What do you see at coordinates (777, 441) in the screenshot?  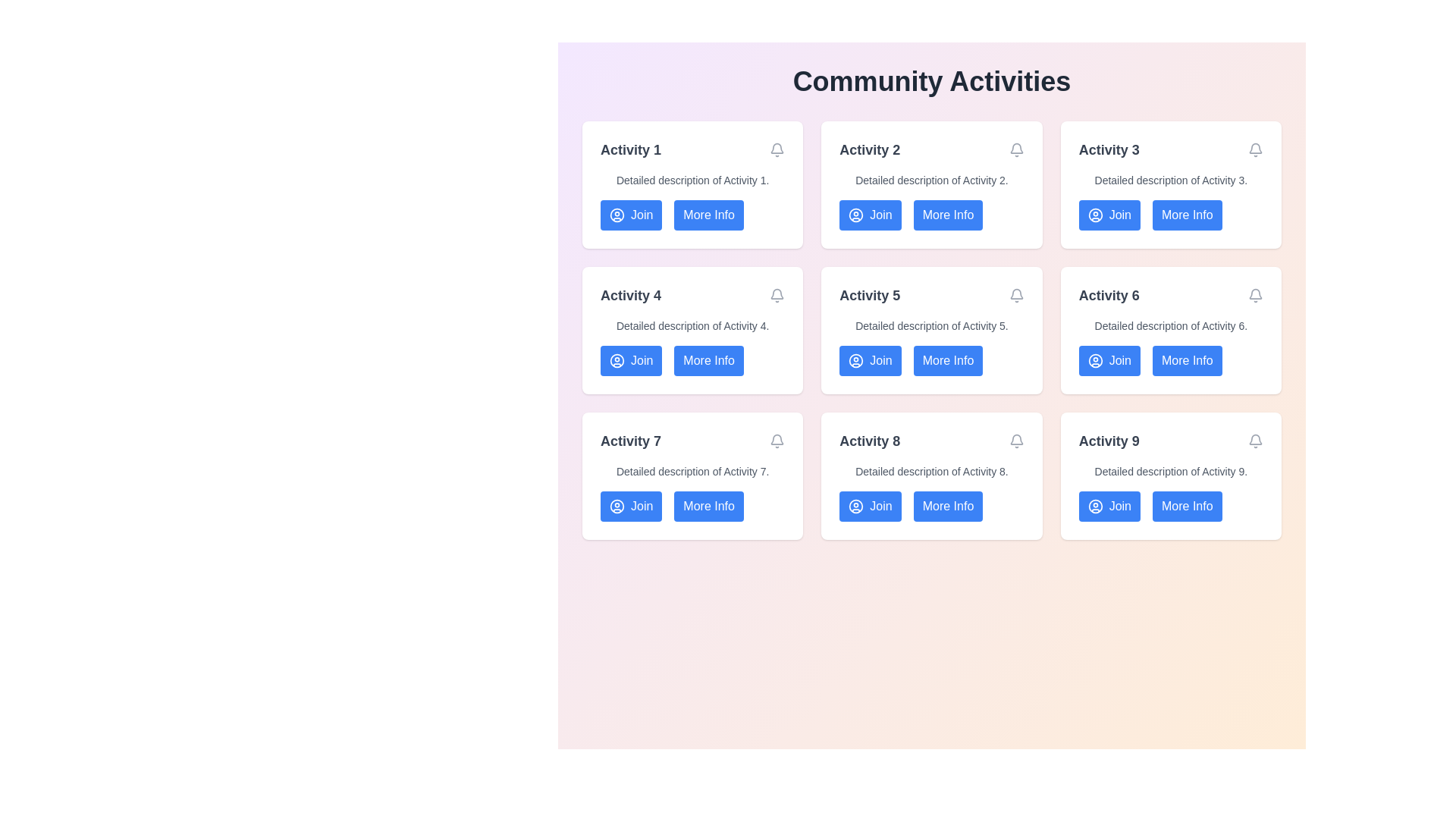 I see `the bell icon located at the top right corner of the 'Activity 7' card` at bounding box center [777, 441].